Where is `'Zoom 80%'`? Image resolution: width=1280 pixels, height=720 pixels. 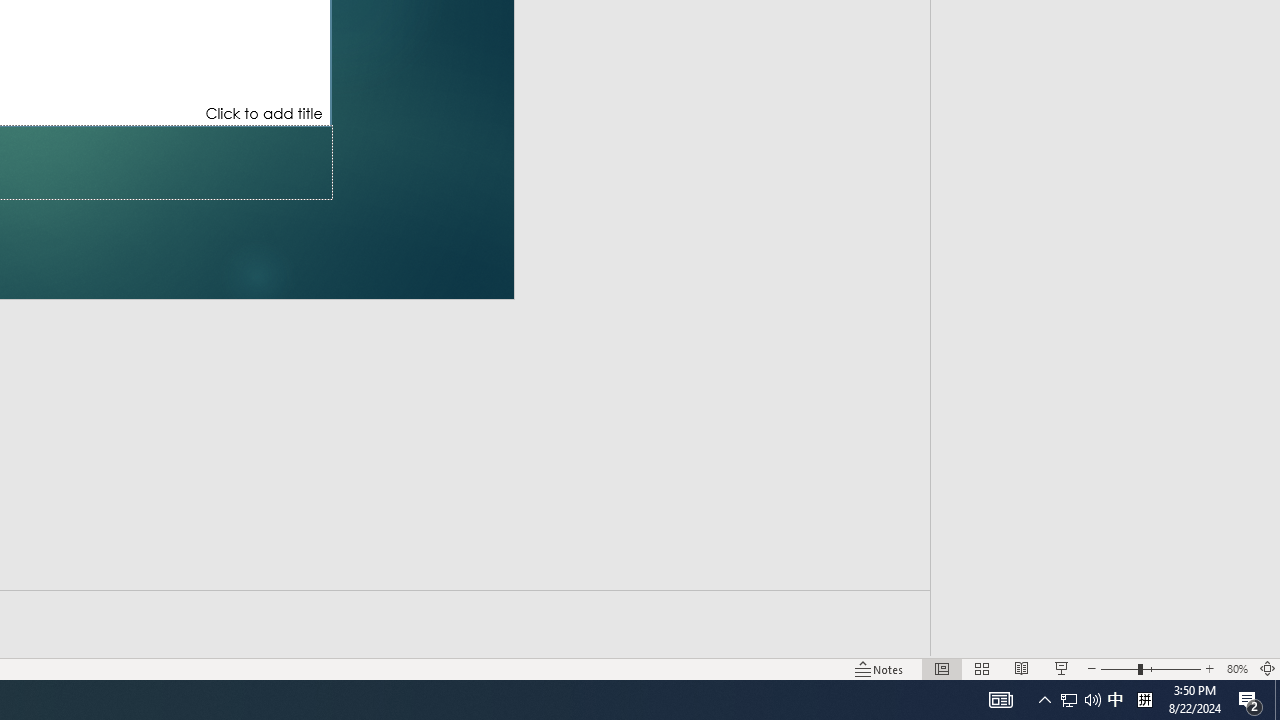
'Zoom 80%' is located at coordinates (1236, 669).